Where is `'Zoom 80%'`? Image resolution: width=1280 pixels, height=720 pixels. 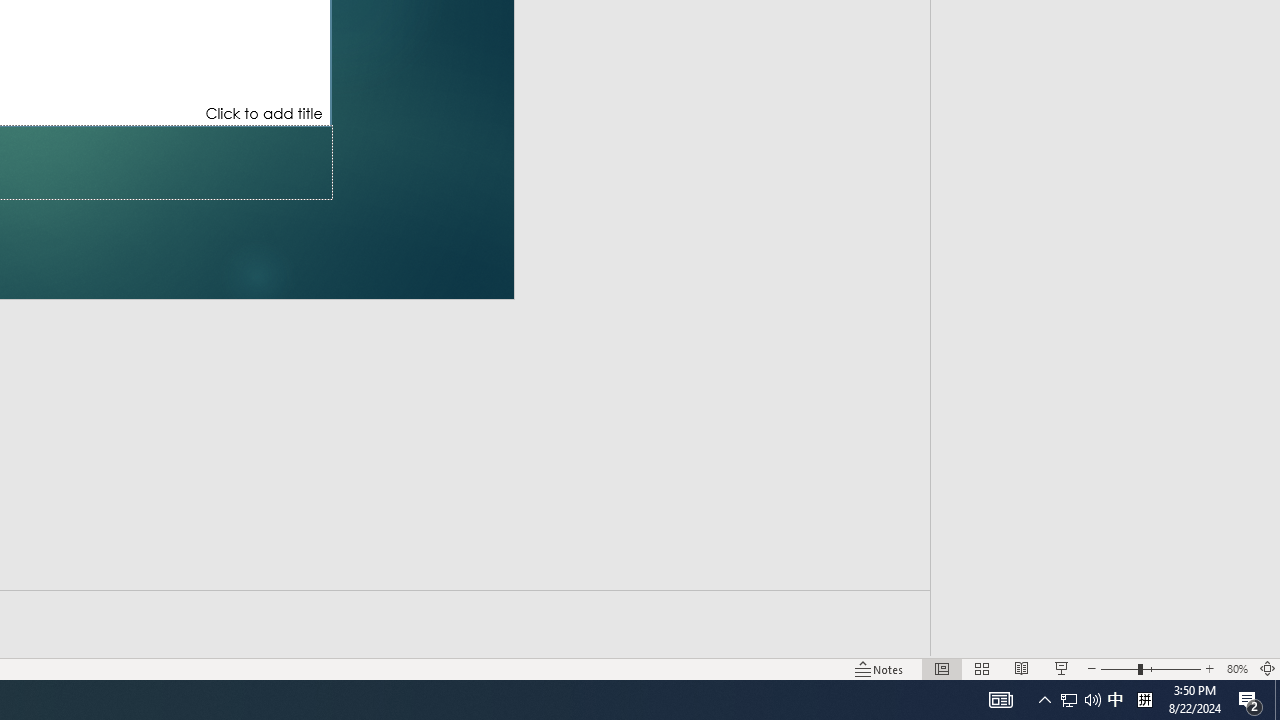
'Zoom 80%' is located at coordinates (1236, 669).